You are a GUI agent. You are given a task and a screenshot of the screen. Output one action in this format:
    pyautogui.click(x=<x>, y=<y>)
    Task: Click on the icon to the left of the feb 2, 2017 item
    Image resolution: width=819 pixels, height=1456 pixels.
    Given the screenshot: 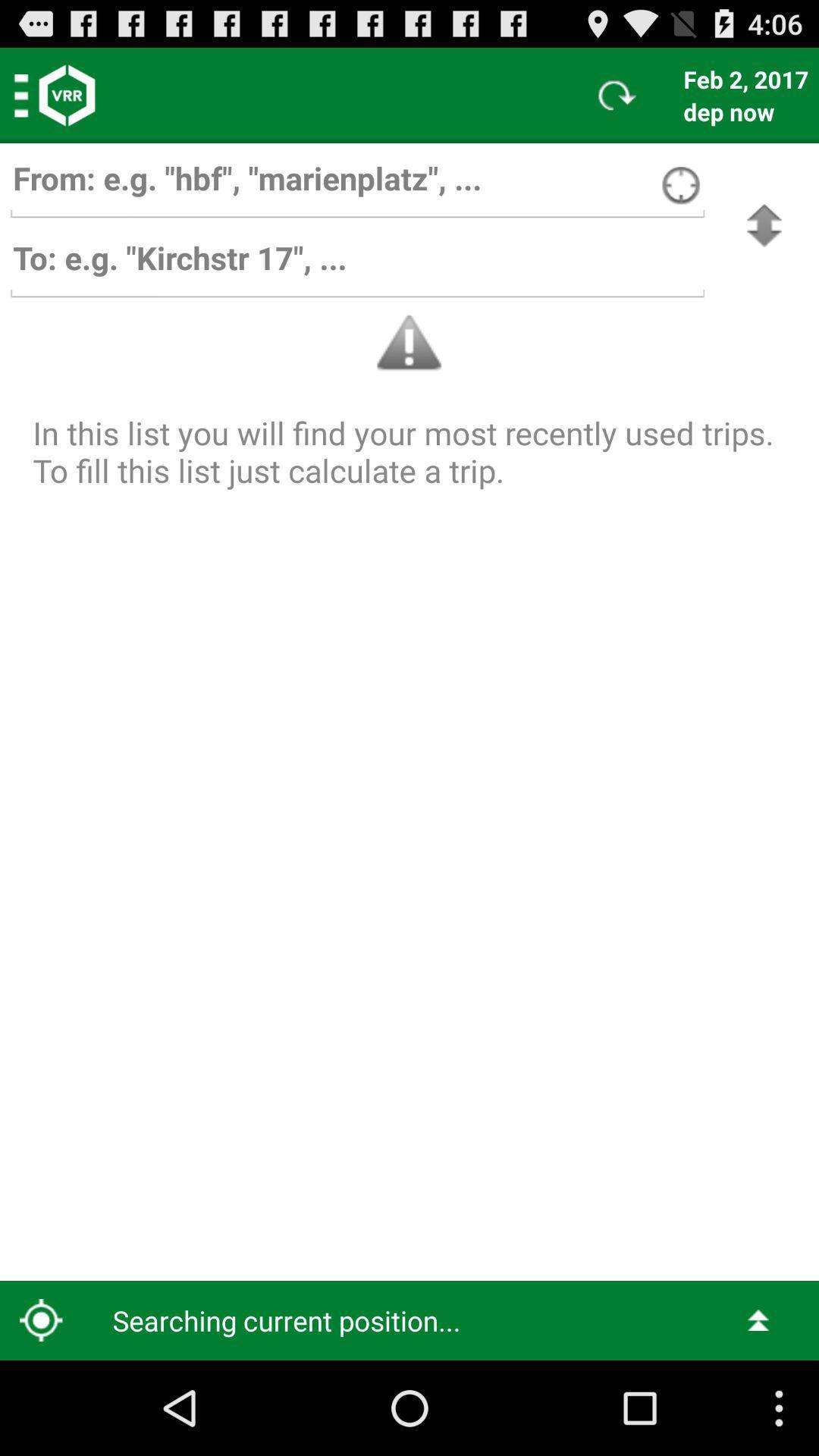 What is the action you would take?
    pyautogui.click(x=617, y=94)
    